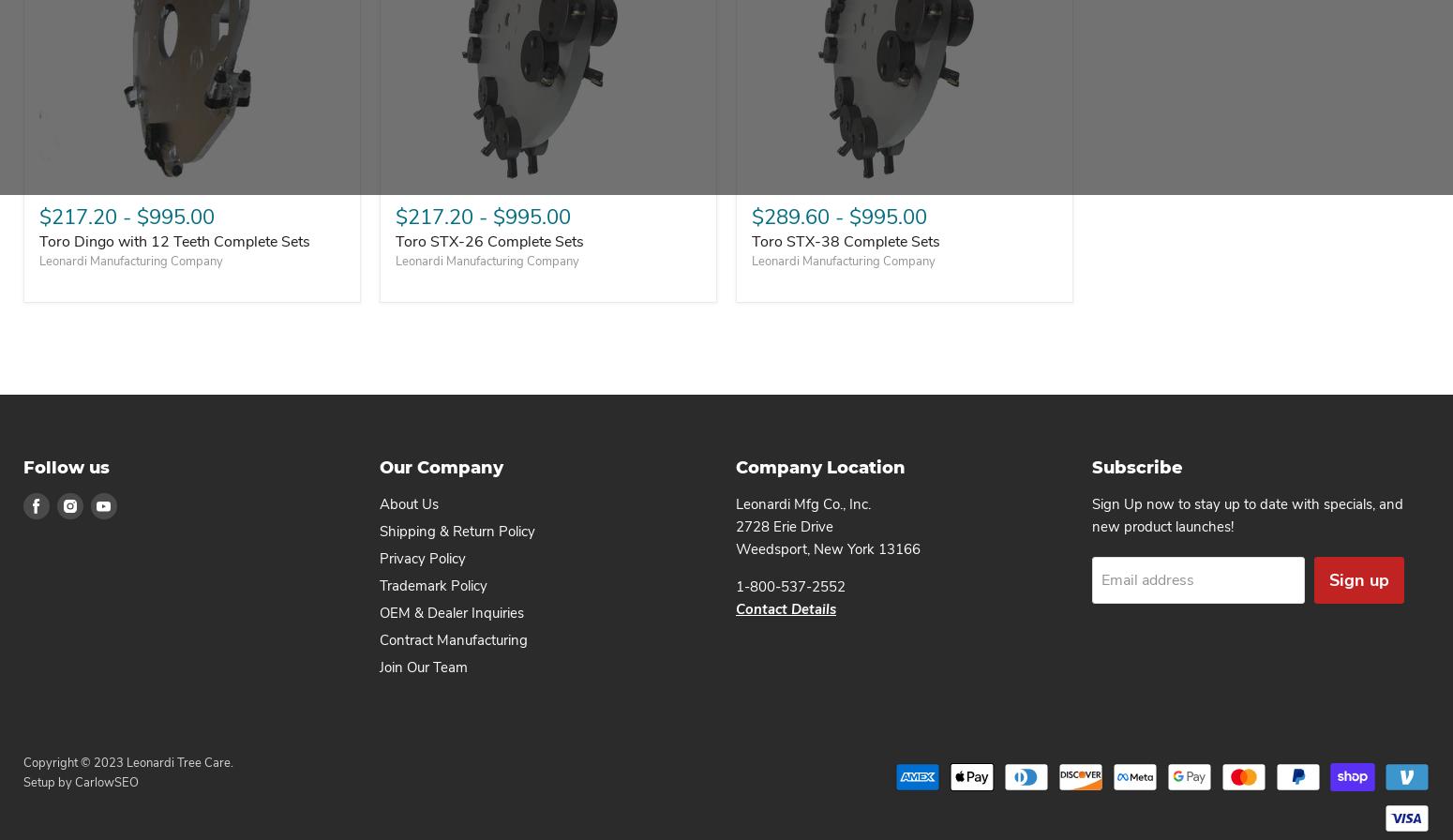  I want to click on 'Contact Details', so click(785, 607).